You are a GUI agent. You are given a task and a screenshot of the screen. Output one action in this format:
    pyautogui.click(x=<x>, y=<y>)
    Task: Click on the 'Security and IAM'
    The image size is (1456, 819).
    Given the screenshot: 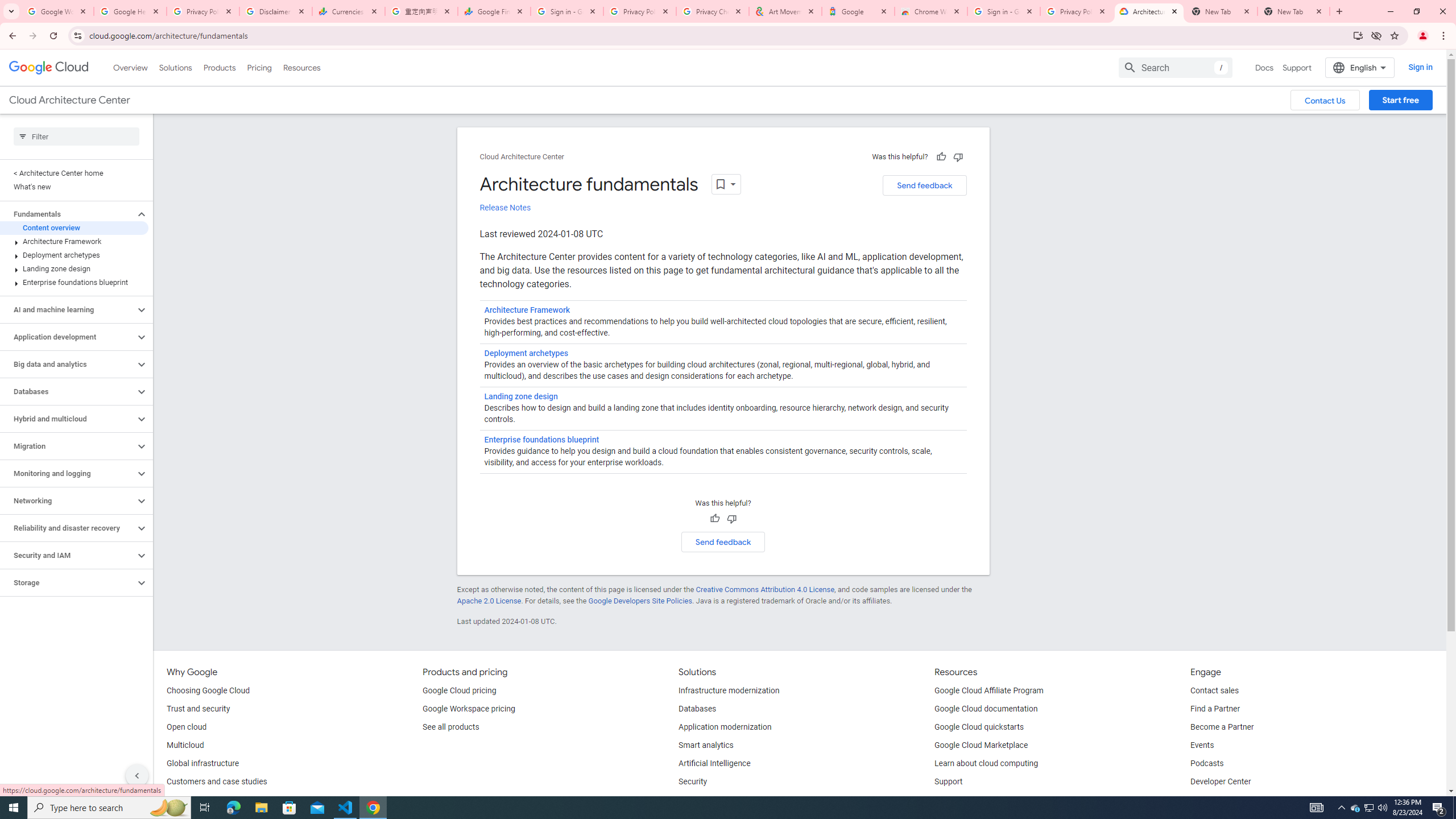 What is the action you would take?
    pyautogui.click(x=67, y=555)
    